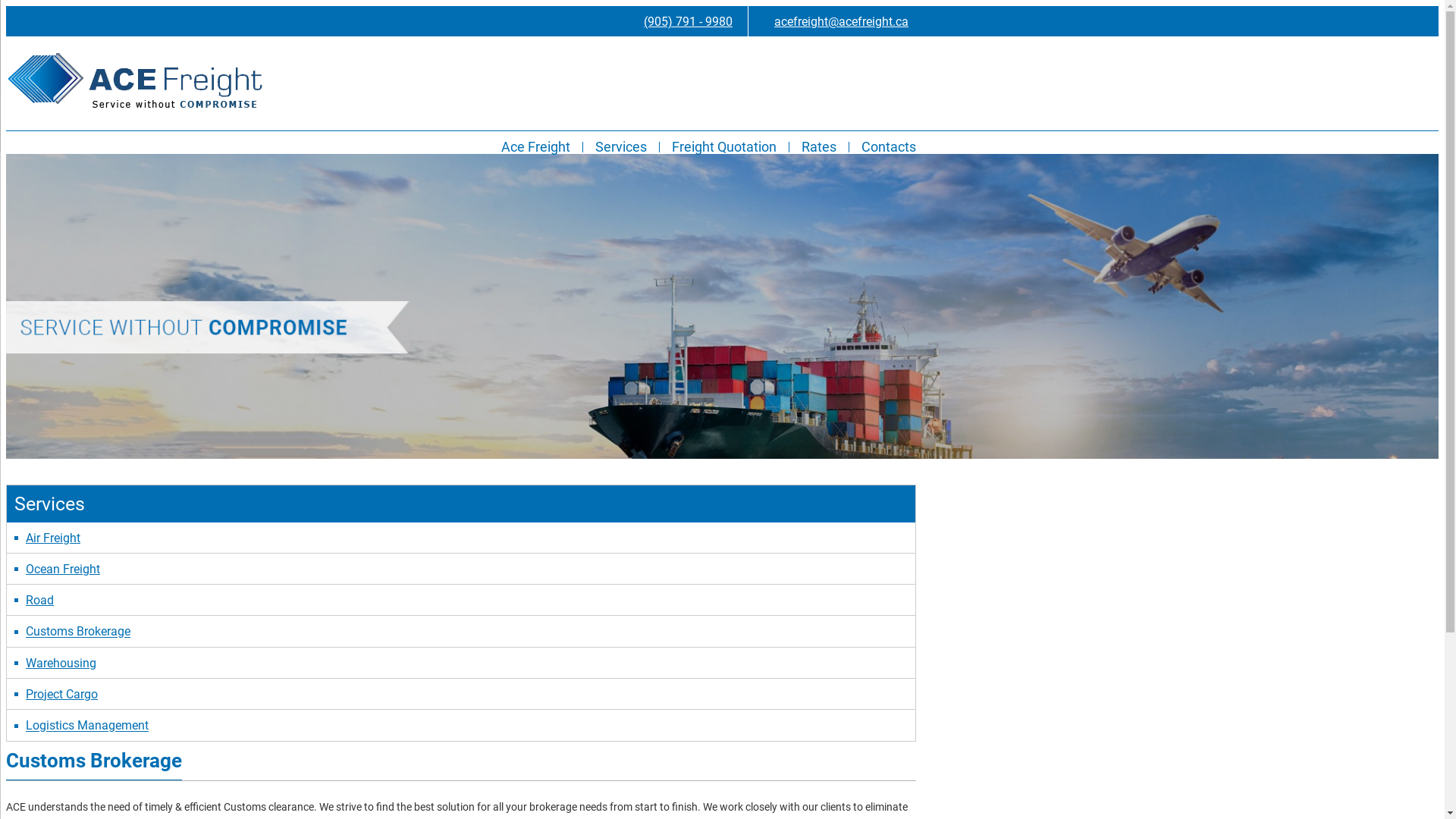 Image resolution: width=1456 pixels, height=819 pixels. Describe the element at coordinates (61, 694) in the screenshot. I see `'Project Cargo'` at that location.